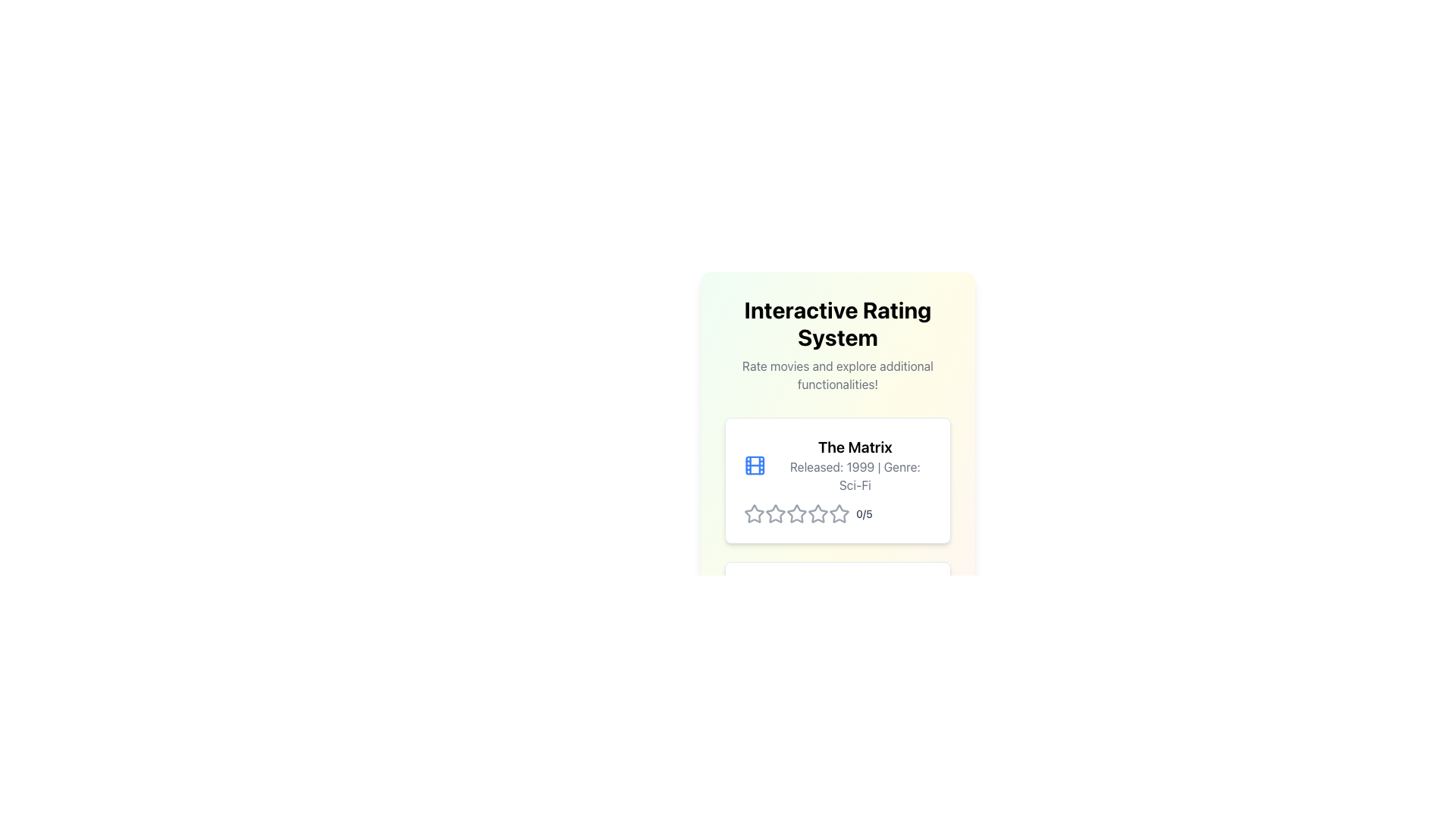 Image resolution: width=1456 pixels, height=819 pixels. What do you see at coordinates (839, 513) in the screenshot?
I see `the fourth star icon in the rating system to rate the movie with 4 stars` at bounding box center [839, 513].